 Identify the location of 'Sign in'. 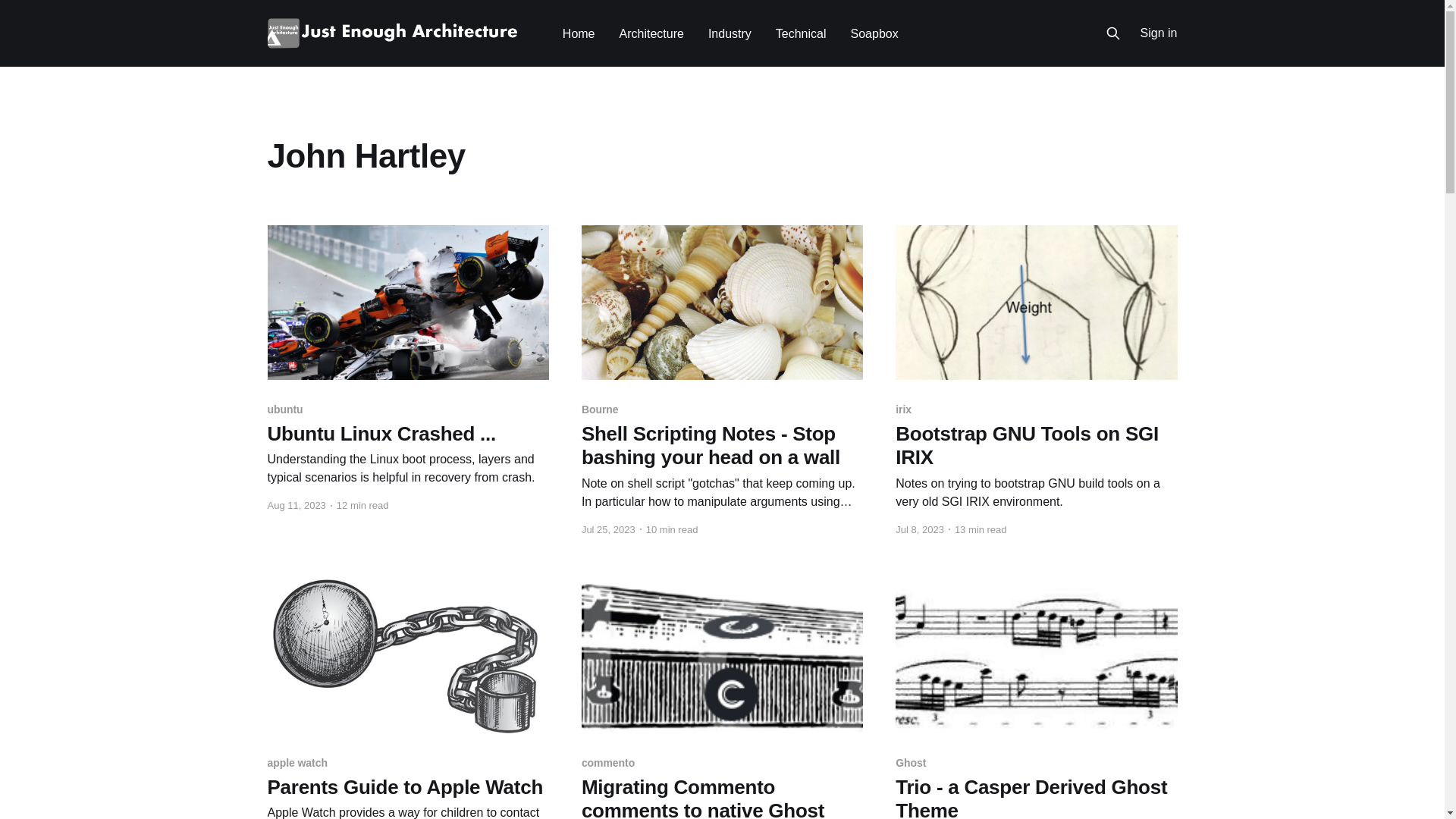
(1158, 33).